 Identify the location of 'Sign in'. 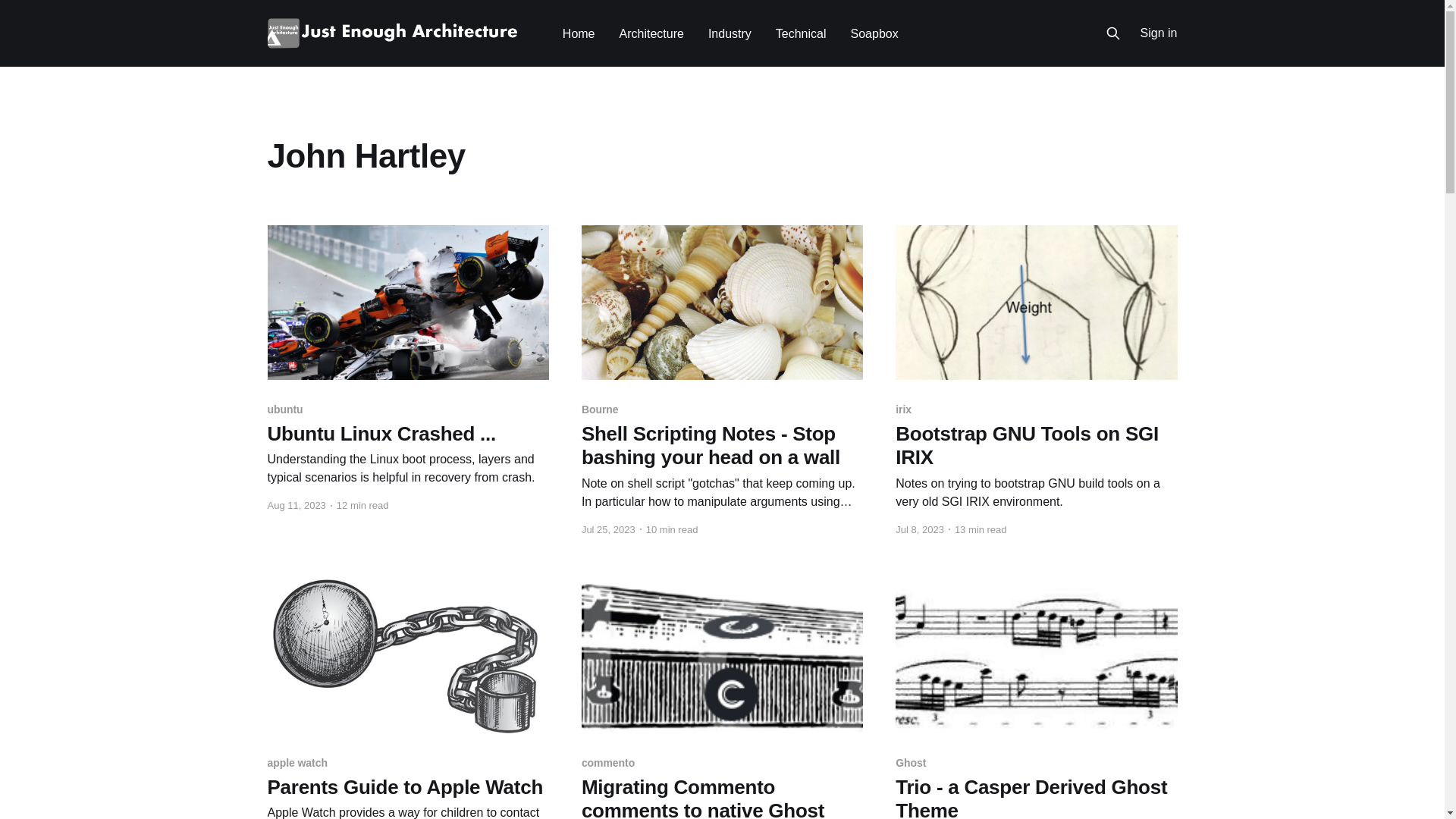
(1158, 33).